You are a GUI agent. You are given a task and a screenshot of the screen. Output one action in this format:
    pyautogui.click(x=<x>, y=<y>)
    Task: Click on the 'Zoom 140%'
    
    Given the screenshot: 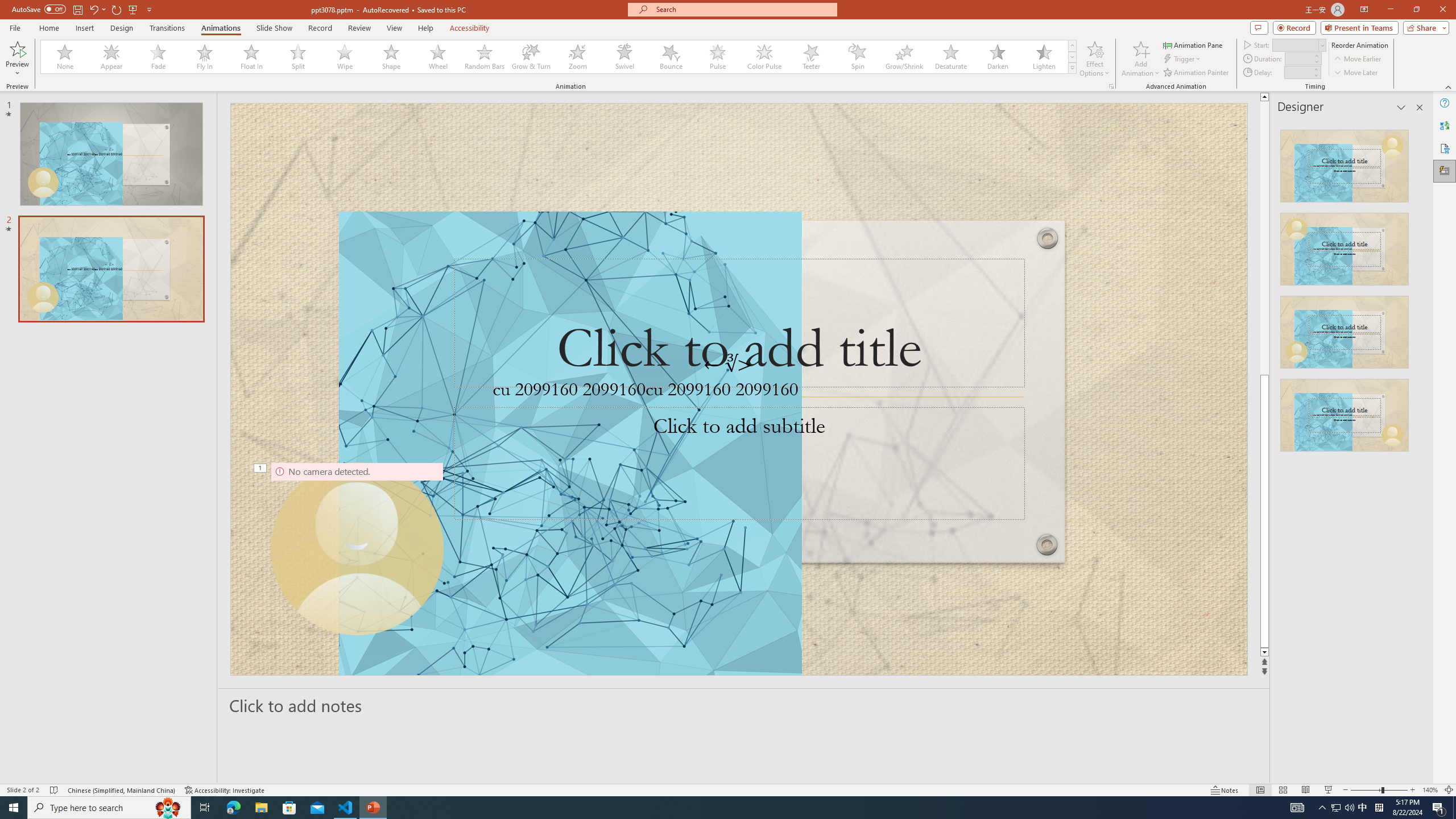 What is the action you would take?
    pyautogui.click(x=1430, y=790)
    